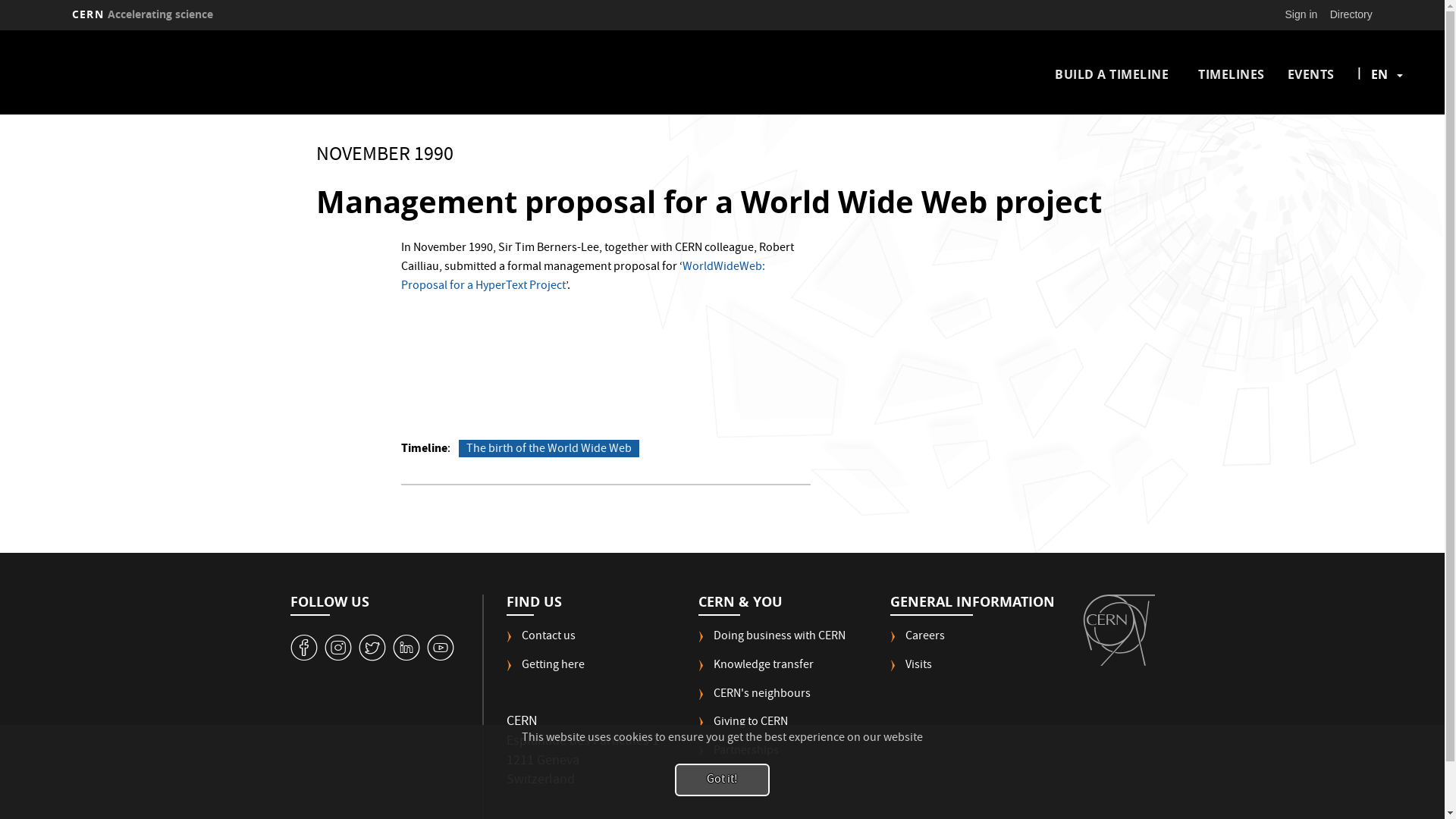  Describe the element at coordinates (541, 643) in the screenshot. I see `'Contact us'` at that location.